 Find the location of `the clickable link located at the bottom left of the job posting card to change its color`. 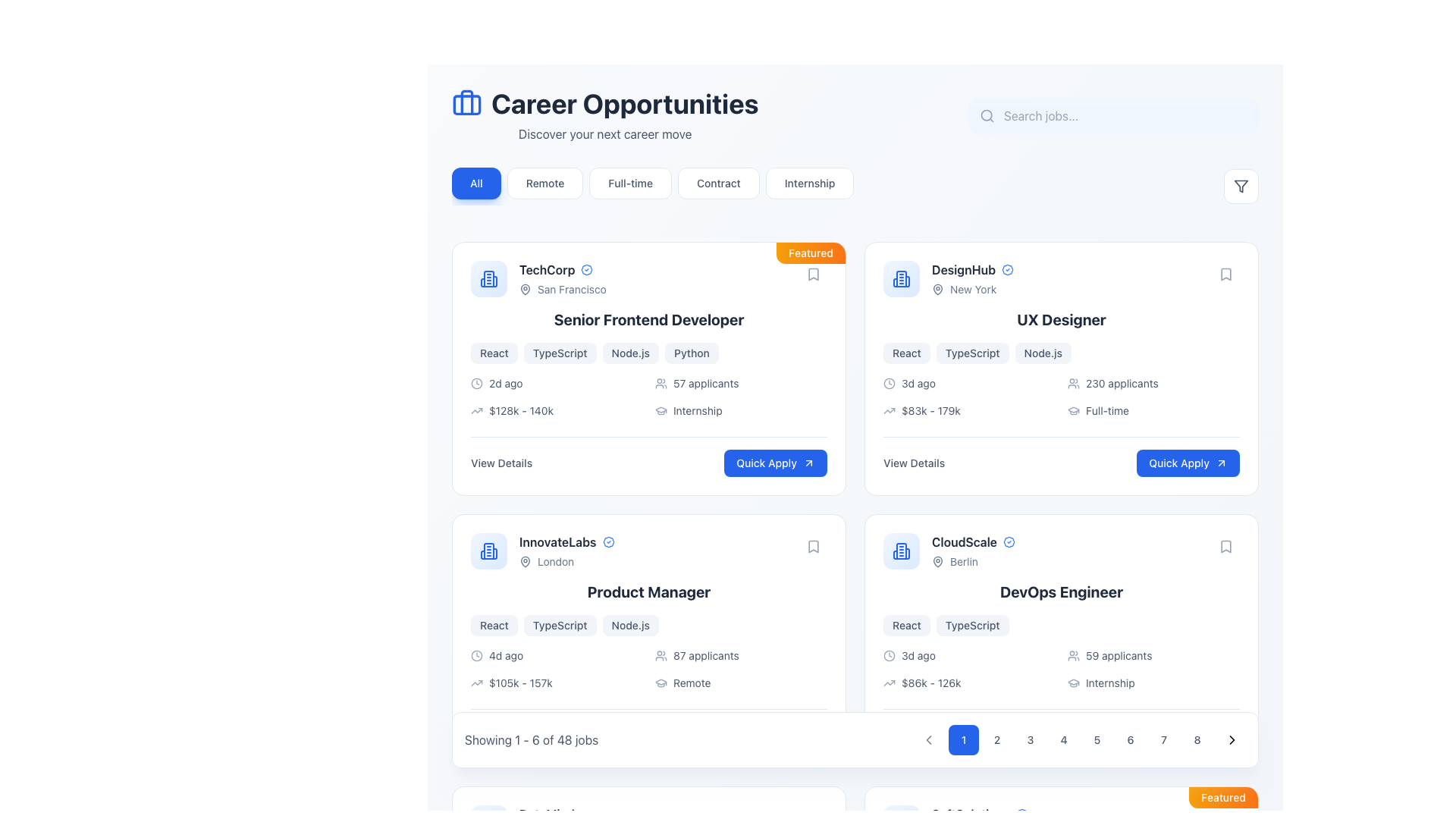

the clickable link located at the bottom left of the job posting card to change its color is located at coordinates (501, 462).